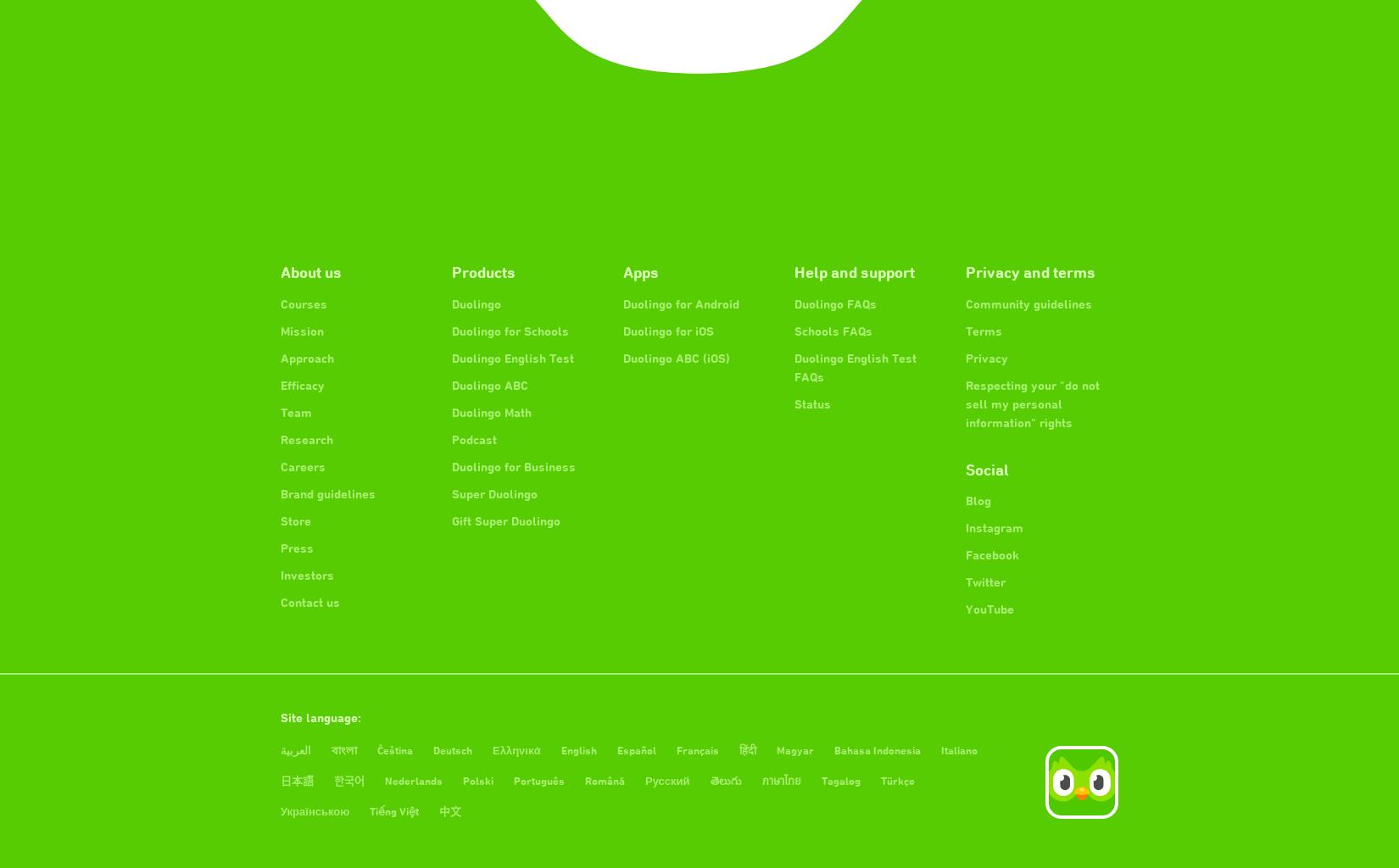  I want to click on 'Duolingo ABC', so click(488, 385).